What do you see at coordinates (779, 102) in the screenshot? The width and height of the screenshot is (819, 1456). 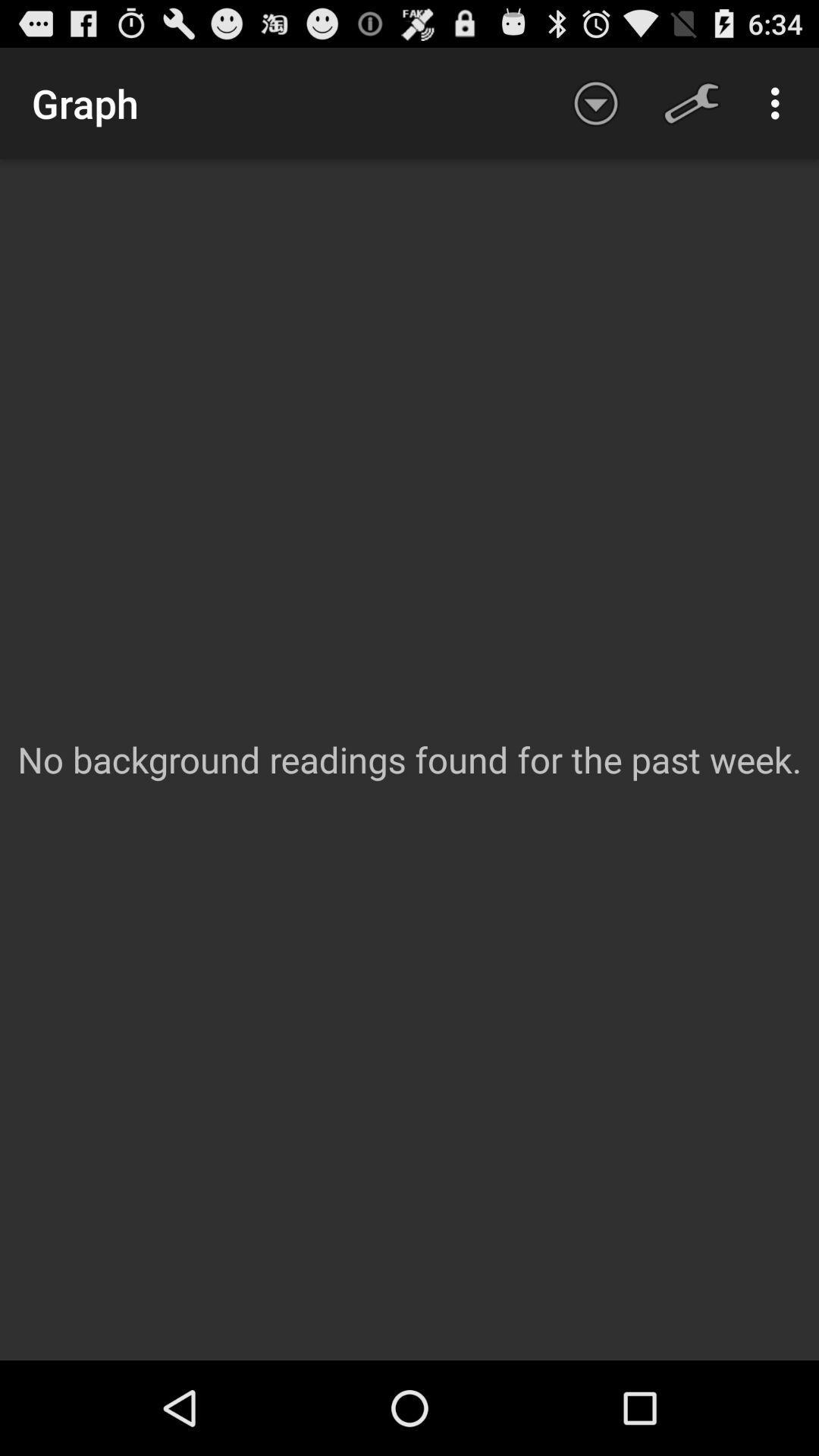 I see `the app above the no background readings app` at bounding box center [779, 102].